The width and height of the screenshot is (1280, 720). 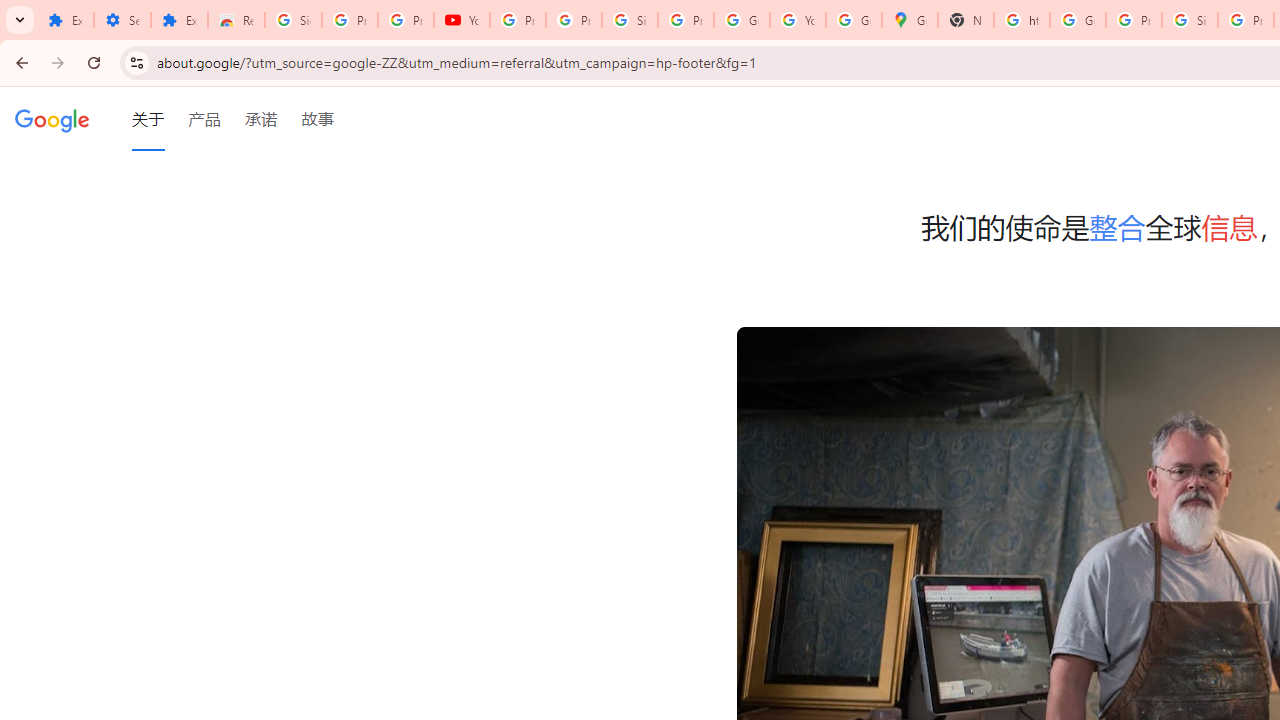 What do you see at coordinates (236, 20) in the screenshot?
I see `'Reviews: Helix Fruit Jump Arcade Game'` at bounding box center [236, 20].